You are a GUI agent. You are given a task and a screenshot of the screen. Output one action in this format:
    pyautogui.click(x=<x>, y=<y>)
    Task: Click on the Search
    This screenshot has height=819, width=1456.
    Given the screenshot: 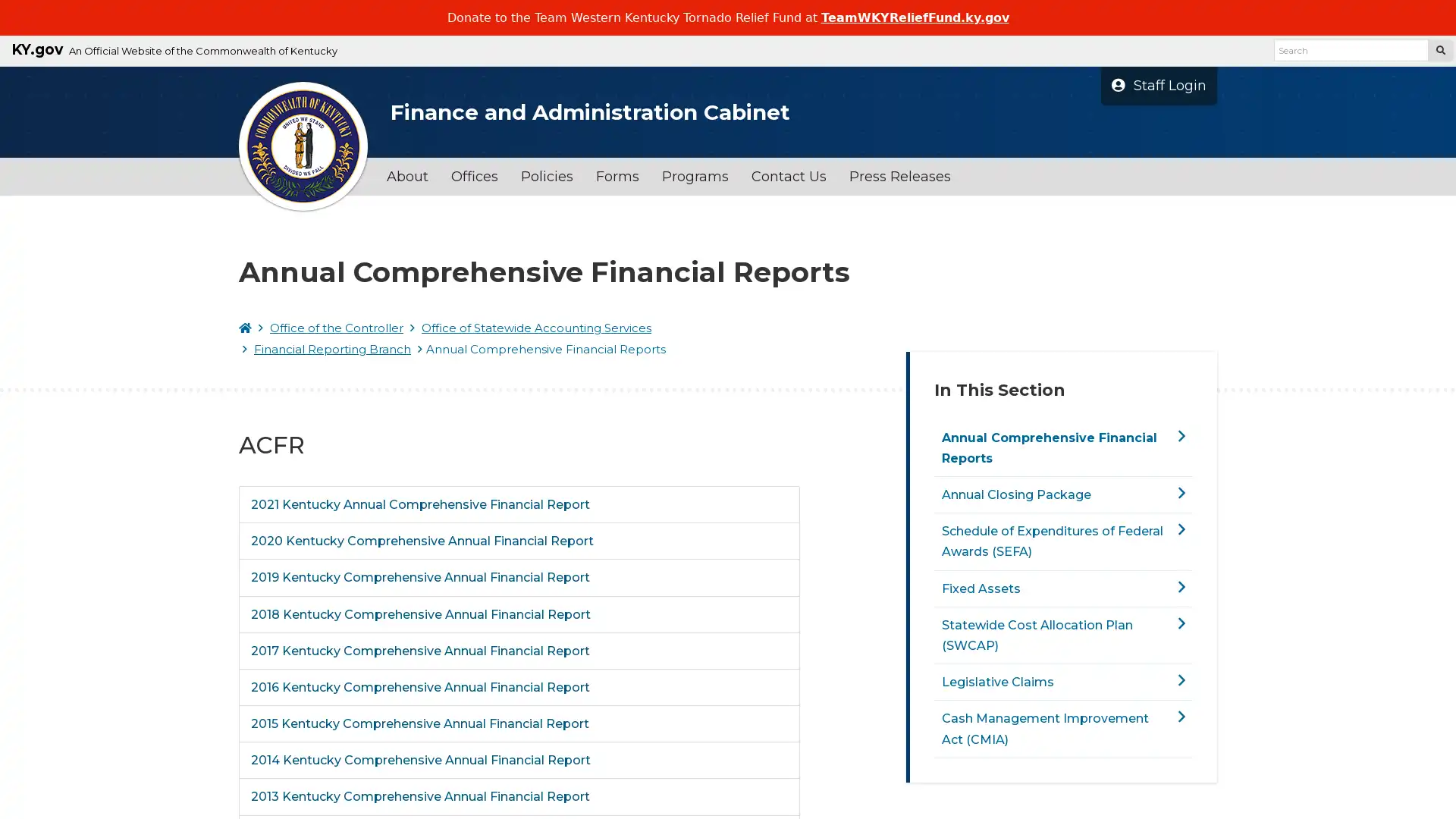 What is the action you would take?
    pyautogui.click(x=1439, y=49)
    